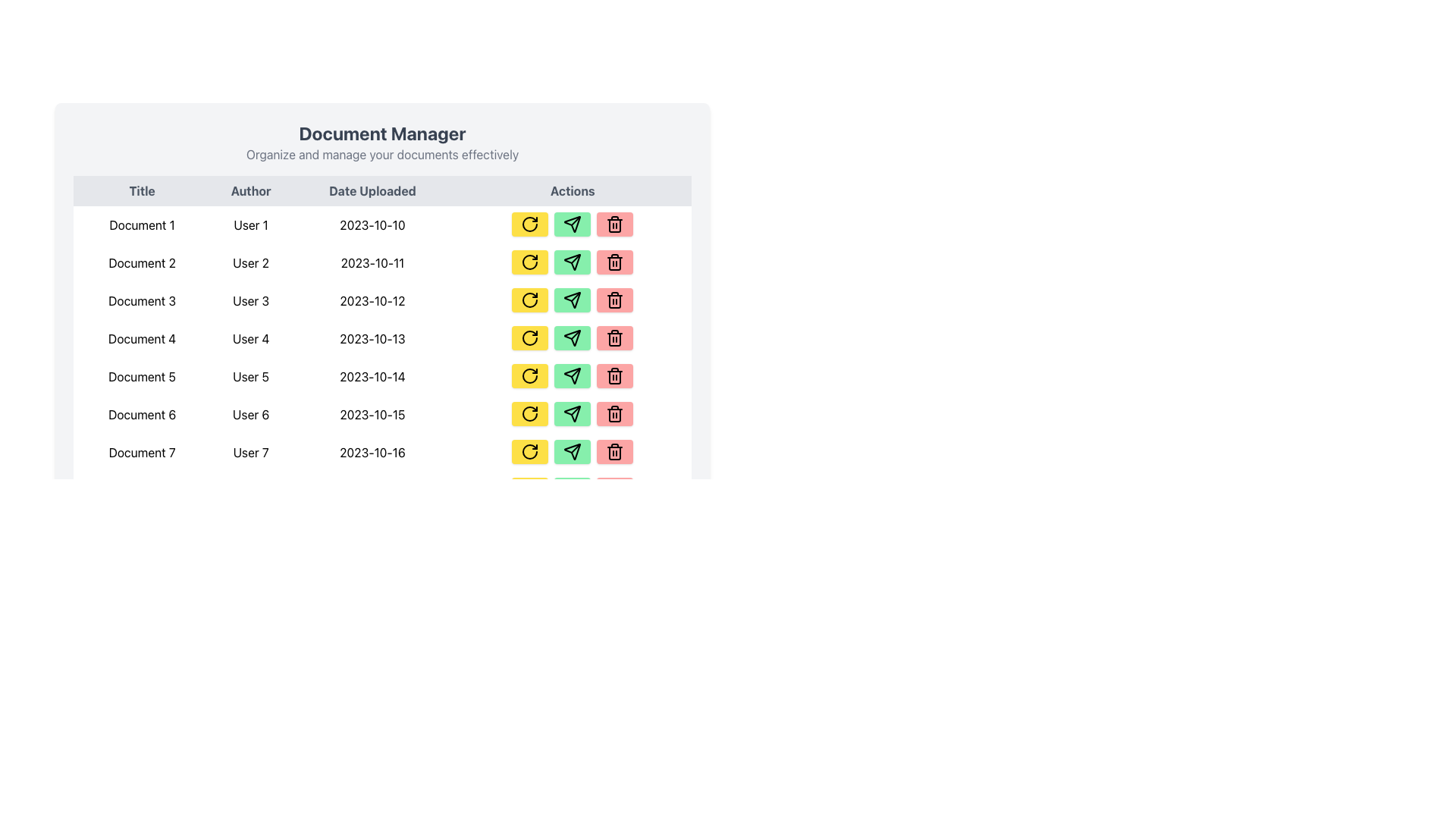  What do you see at coordinates (572, 337) in the screenshot?
I see `the 'Send' icon button in the Actions column for 'Document 4' in the Document Manager table` at bounding box center [572, 337].